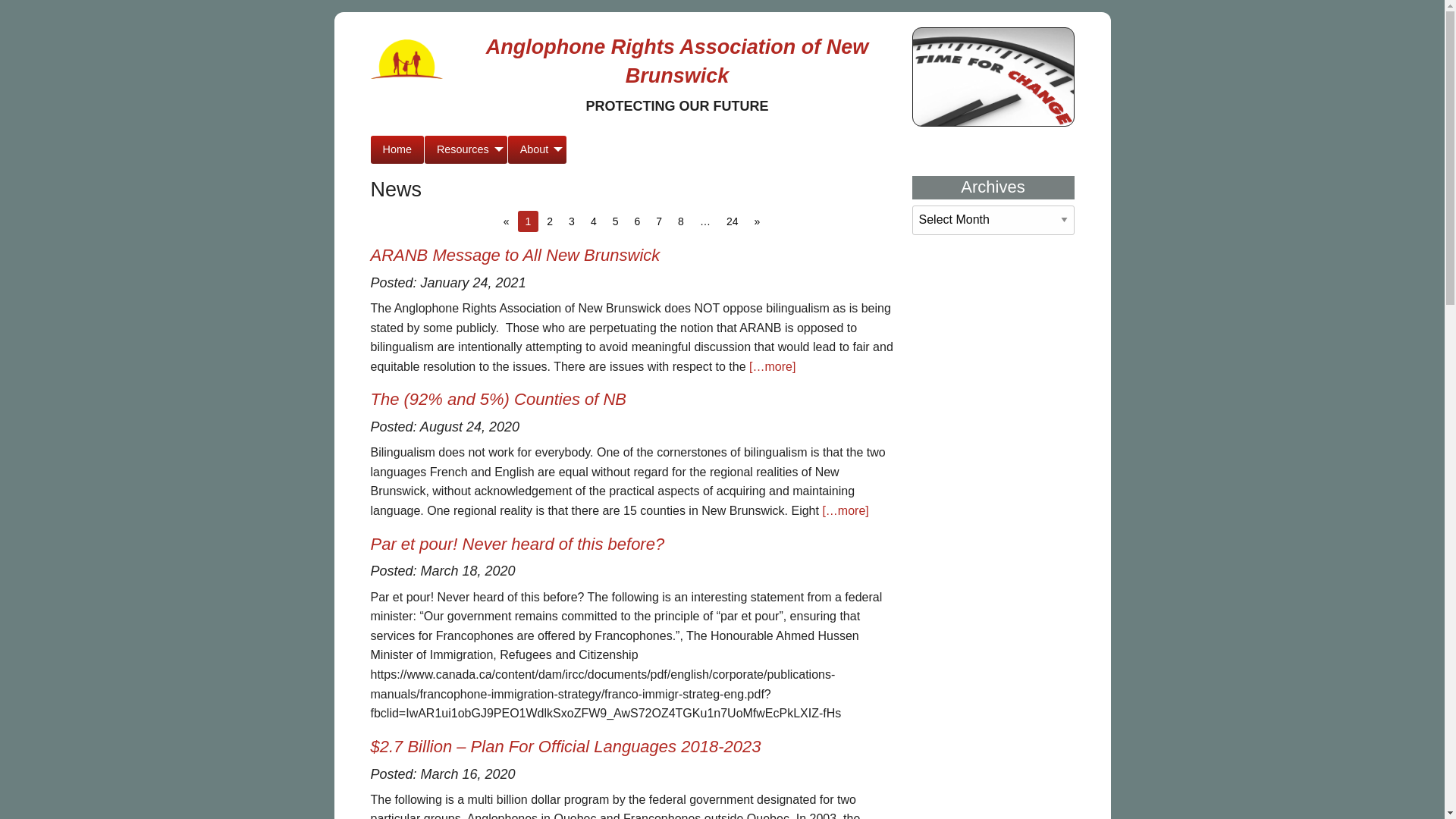 Image resolution: width=1456 pixels, height=819 pixels. I want to click on 'Resources', so click(465, 149).